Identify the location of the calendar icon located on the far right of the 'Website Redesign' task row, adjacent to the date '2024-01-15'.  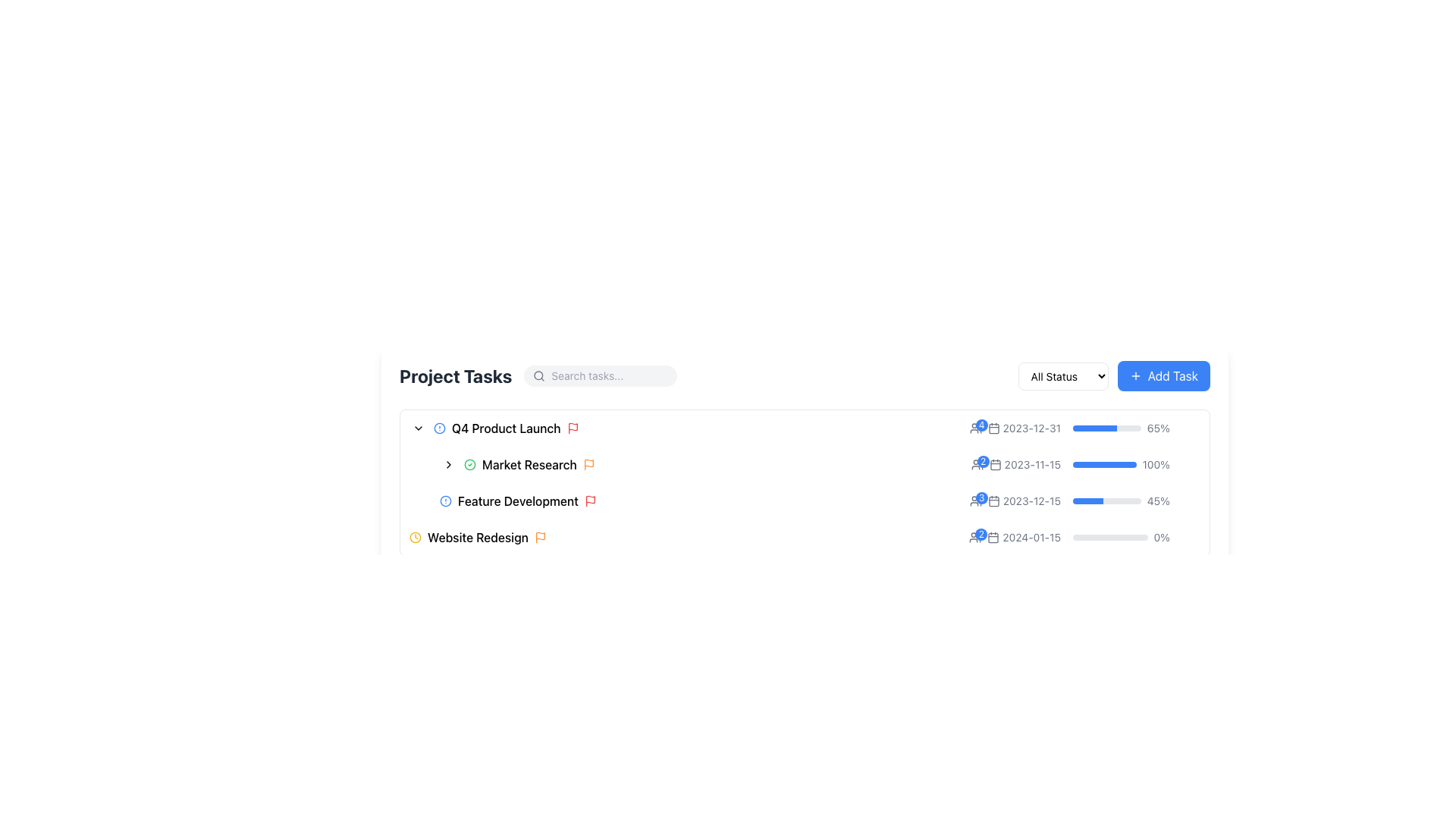
(993, 537).